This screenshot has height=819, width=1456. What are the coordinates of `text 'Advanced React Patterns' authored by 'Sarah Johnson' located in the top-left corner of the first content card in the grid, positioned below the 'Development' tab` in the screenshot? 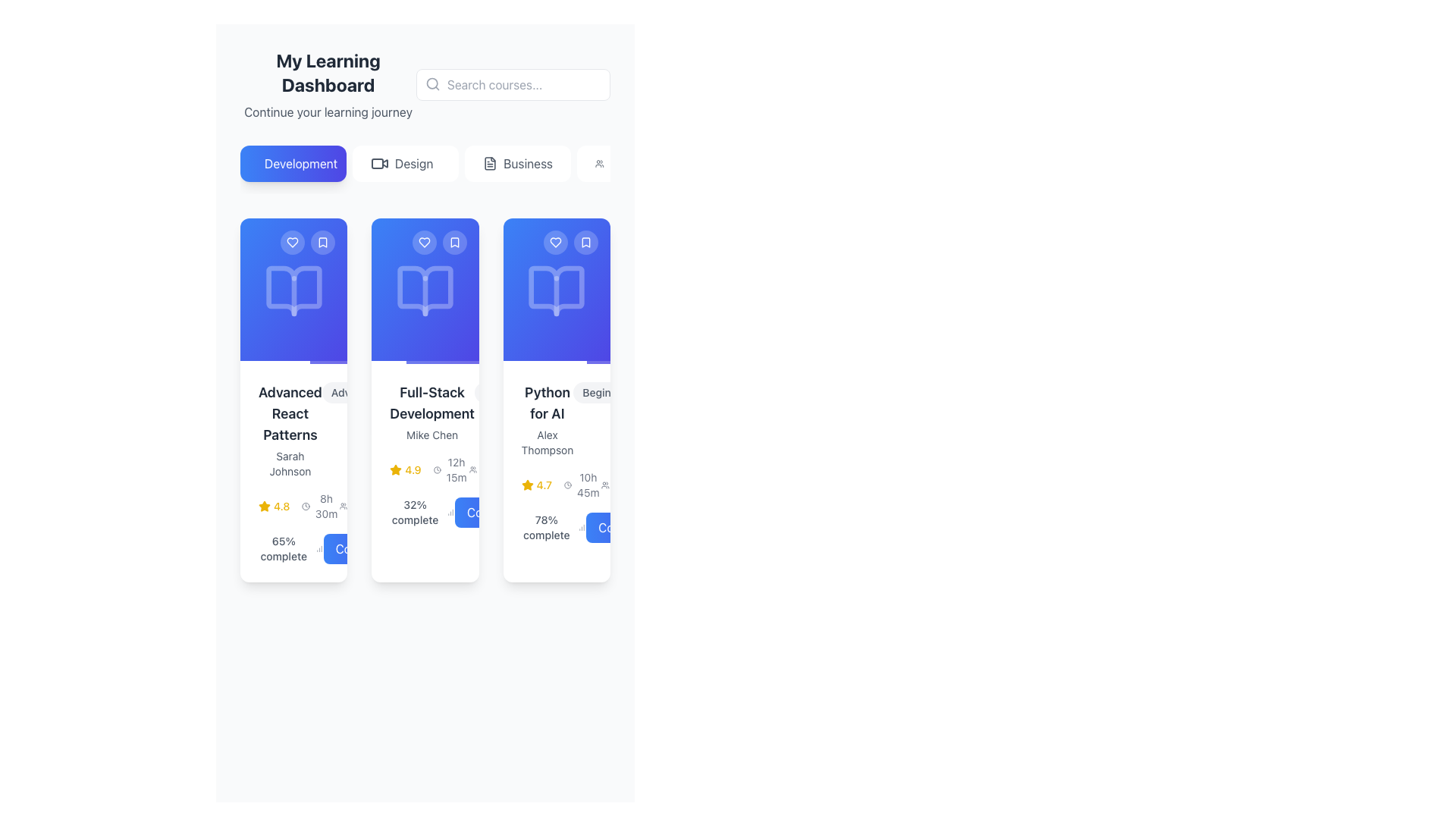 It's located at (293, 430).